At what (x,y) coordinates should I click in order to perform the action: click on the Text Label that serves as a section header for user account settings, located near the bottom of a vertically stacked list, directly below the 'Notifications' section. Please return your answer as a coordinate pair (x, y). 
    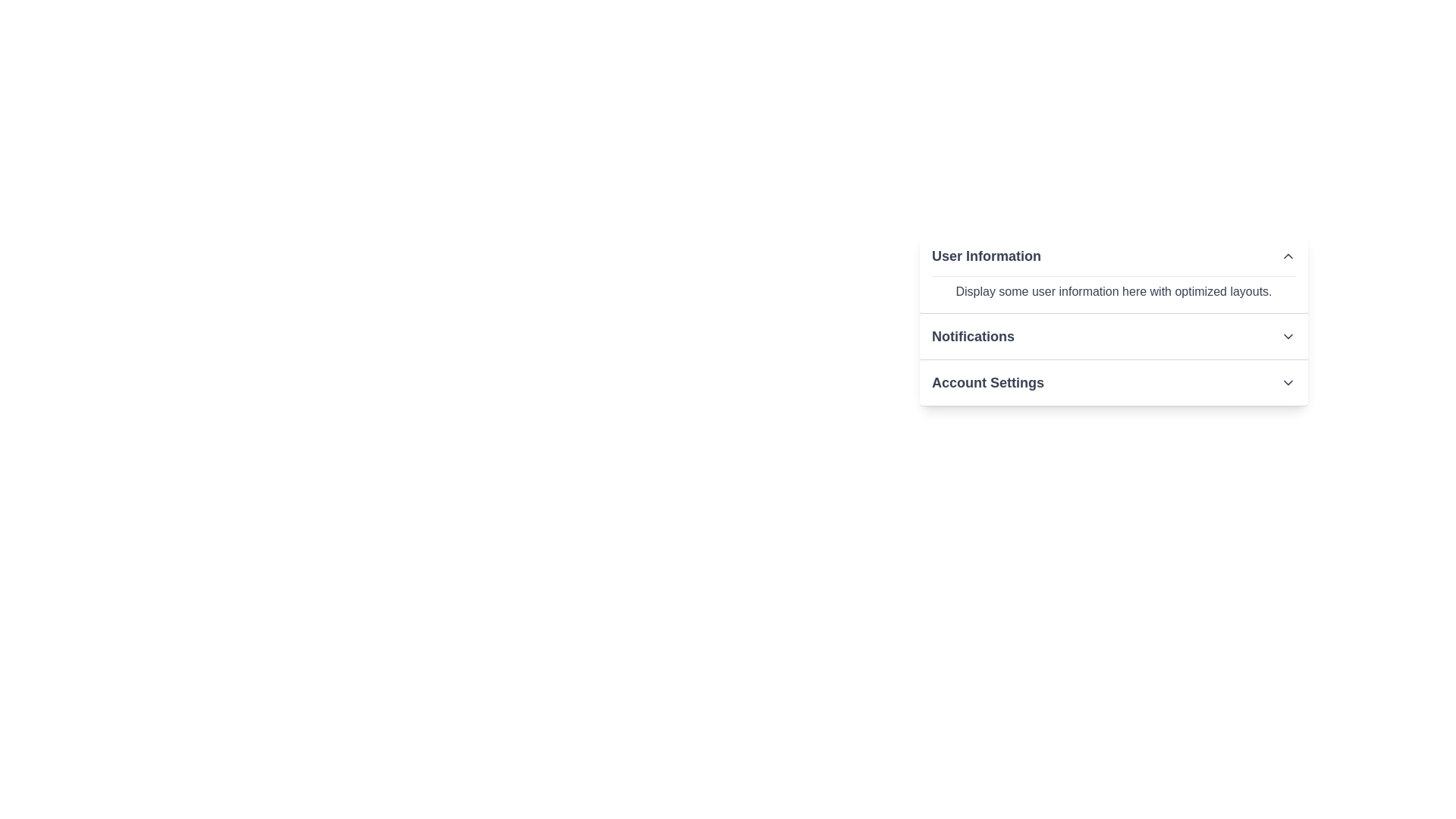
    Looking at the image, I should click on (988, 382).